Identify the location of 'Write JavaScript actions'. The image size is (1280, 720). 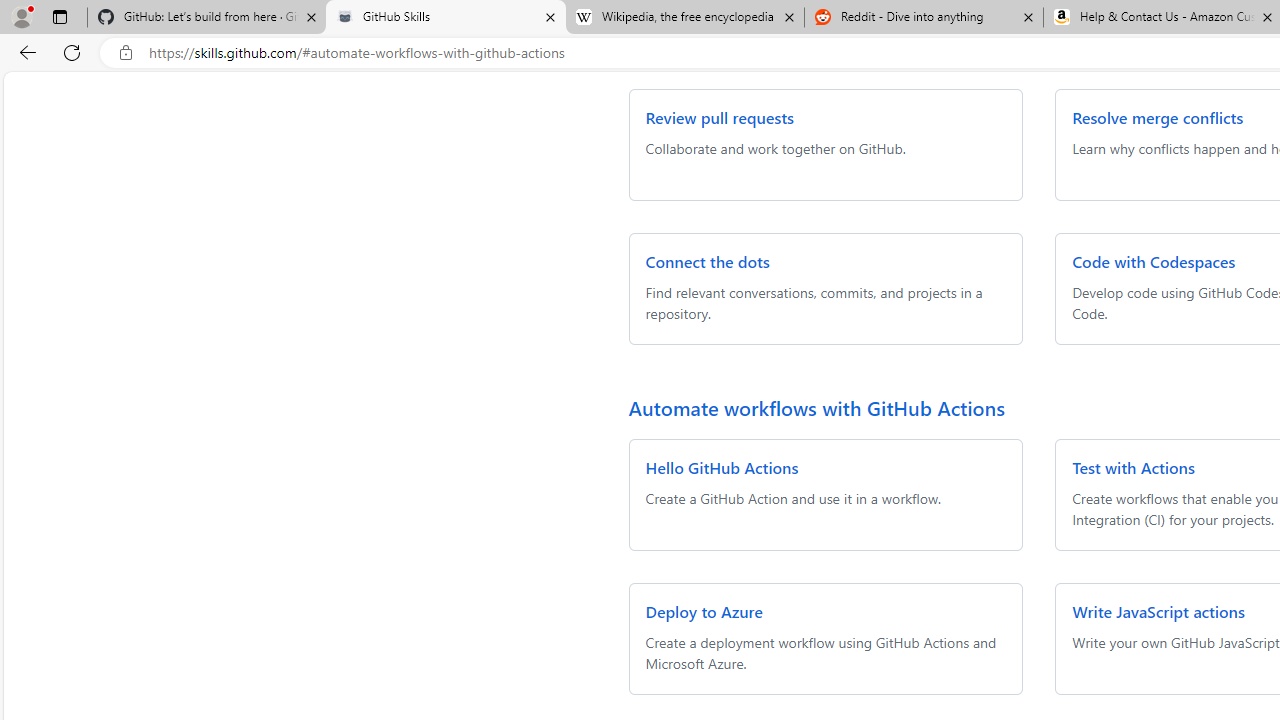
(1159, 610).